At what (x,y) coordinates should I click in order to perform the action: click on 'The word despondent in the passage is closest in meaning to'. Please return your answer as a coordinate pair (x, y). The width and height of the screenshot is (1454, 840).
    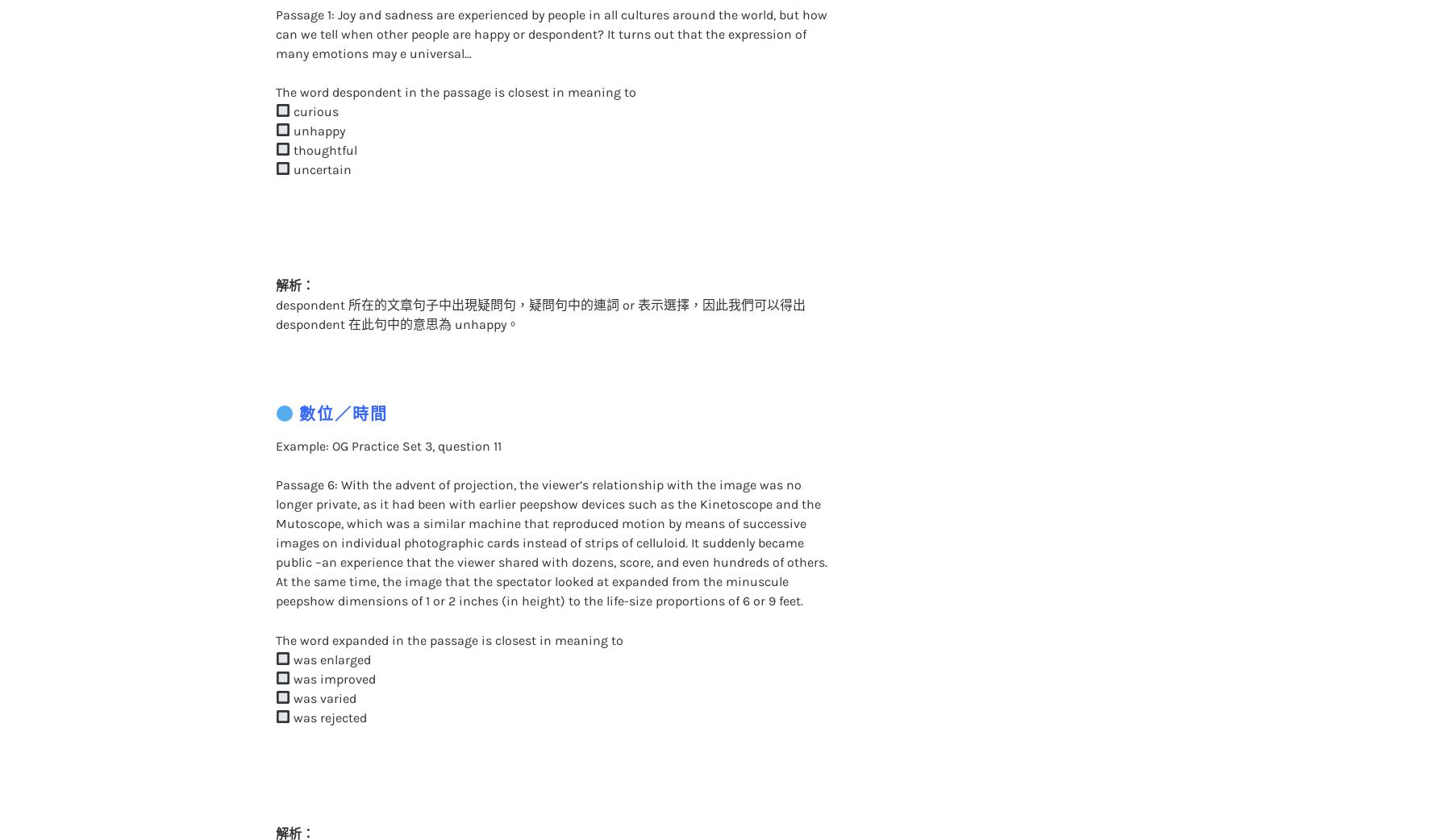
    Looking at the image, I should click on (454, 58).